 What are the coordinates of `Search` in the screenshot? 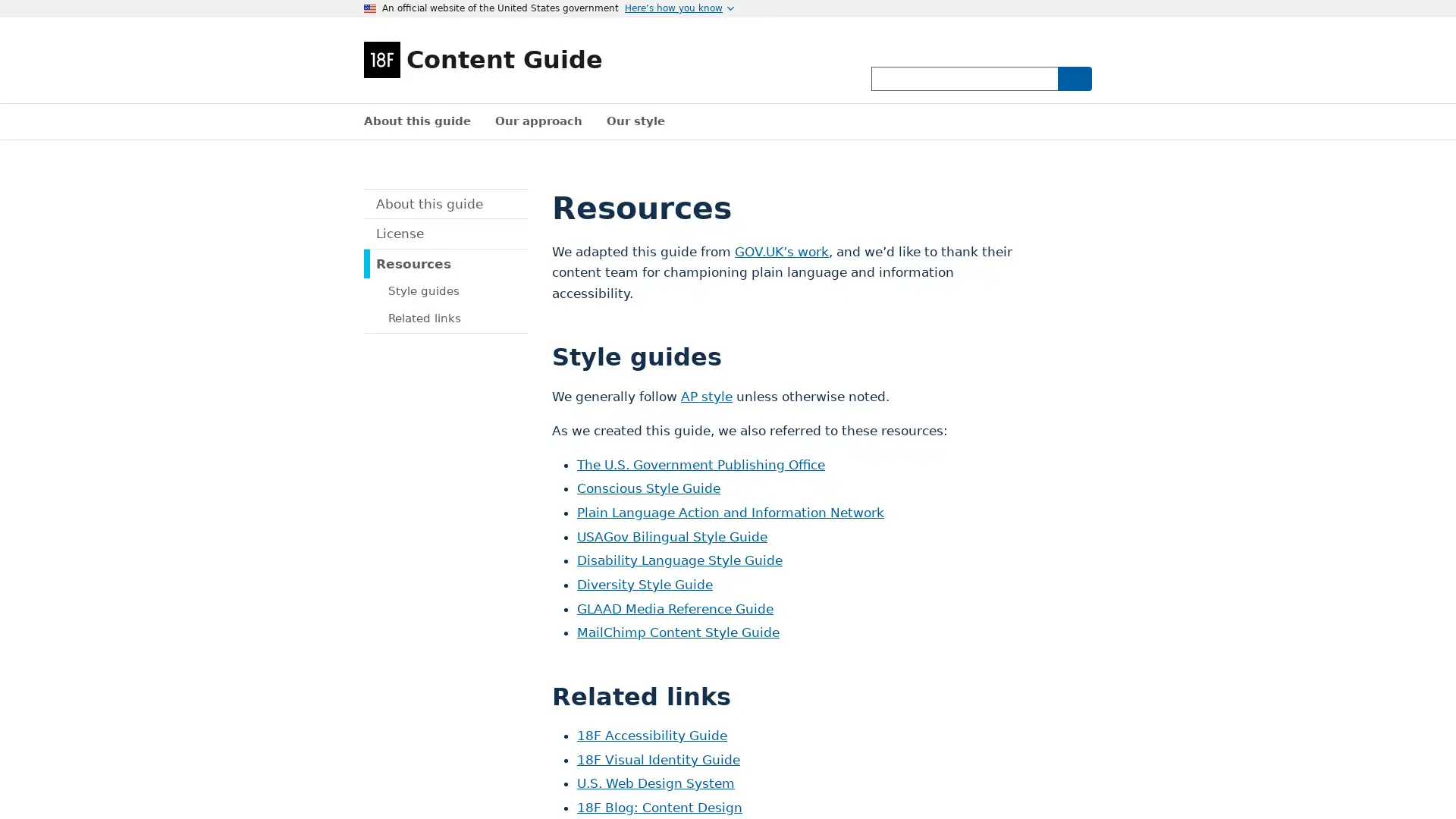 It's located at (1073, 78).